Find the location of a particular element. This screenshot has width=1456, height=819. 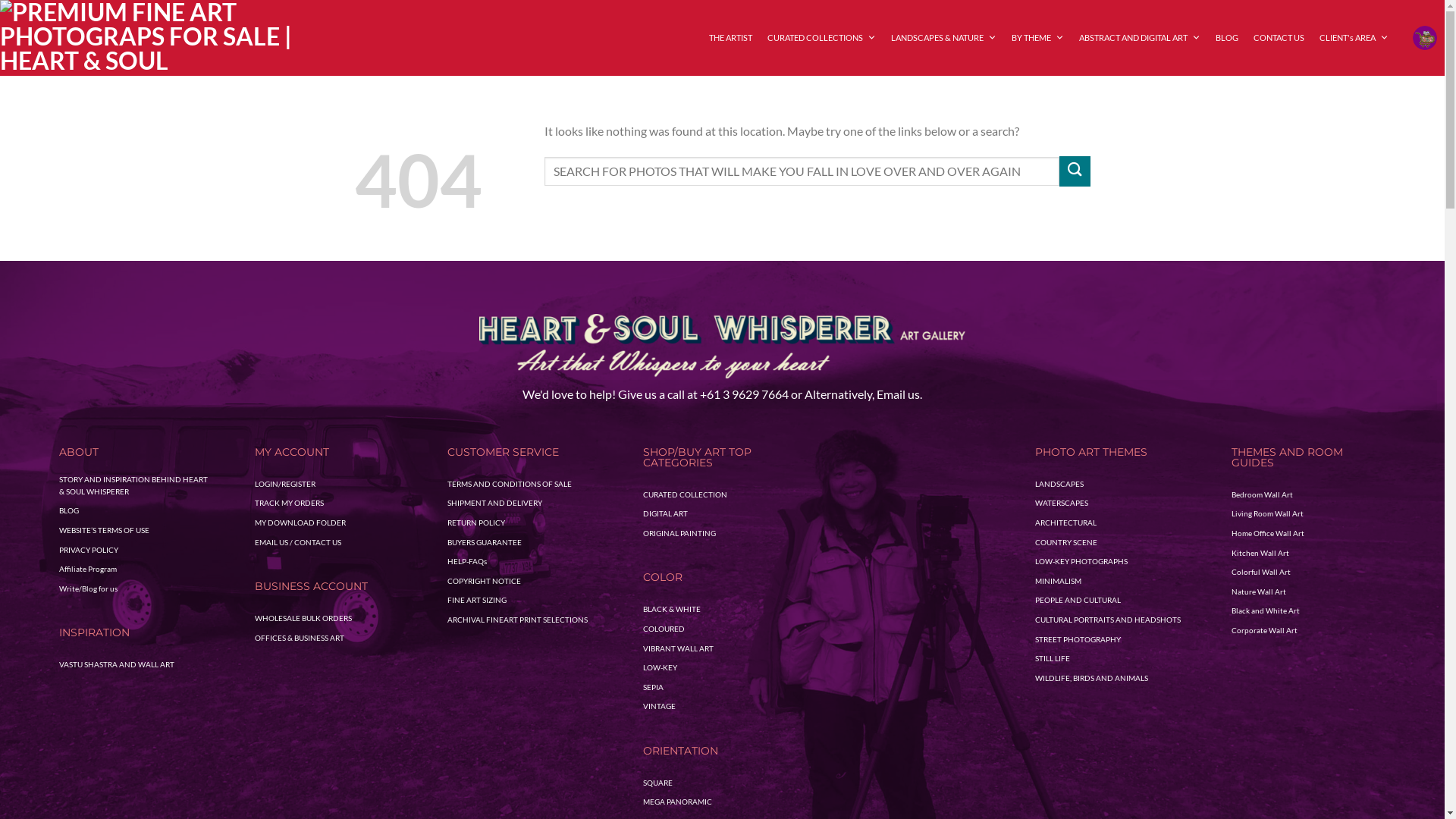

'STILL LIFE' is located at coordinates (1051, 657).